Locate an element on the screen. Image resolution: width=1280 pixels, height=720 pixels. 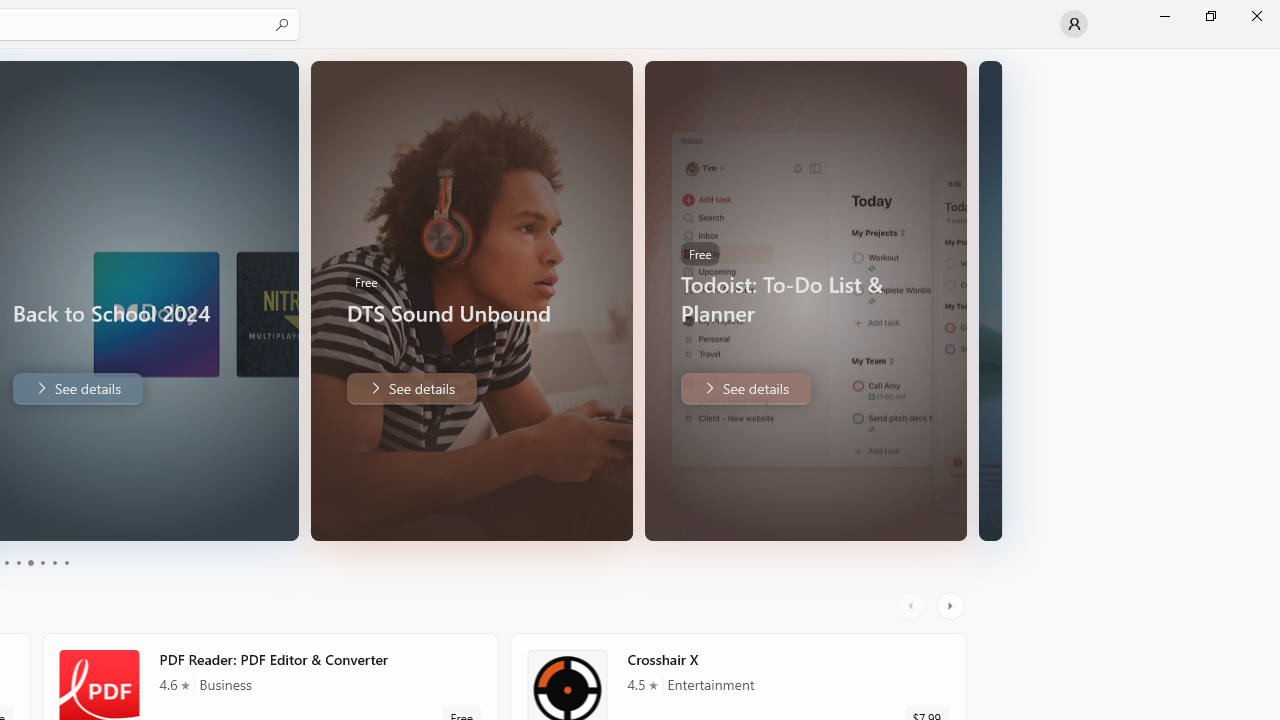
'AutomationID: RightScrollButton' is located at coordinates (951, 605).